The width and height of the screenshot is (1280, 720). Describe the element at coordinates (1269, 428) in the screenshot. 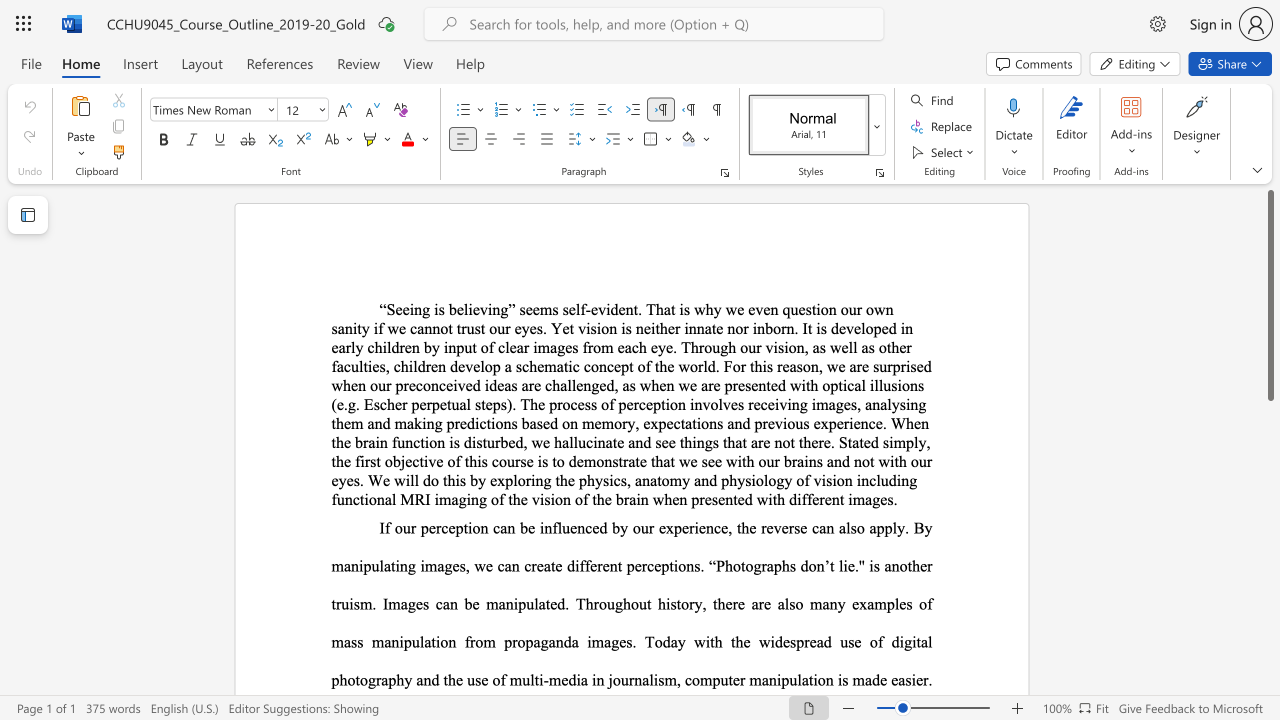

I see `the right-hand scrollbar to descend the page` at that location.